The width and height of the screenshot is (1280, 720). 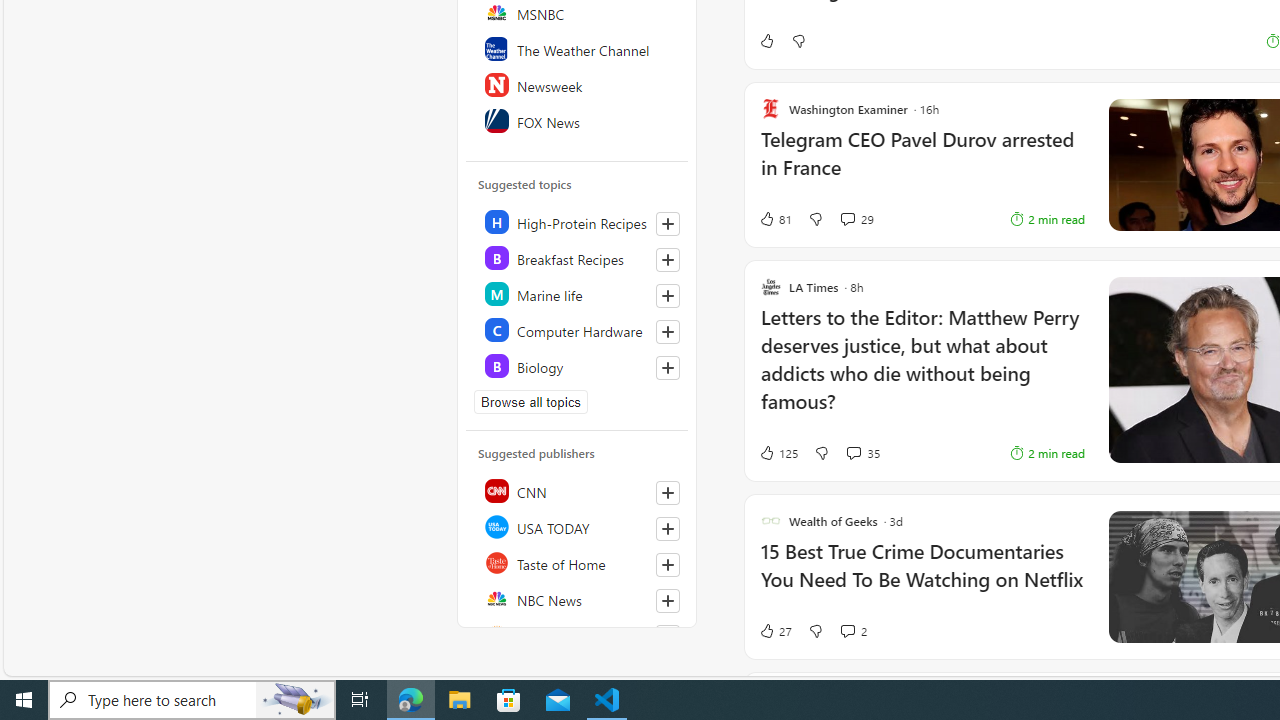 I want to click on 'View comments 2 Comment', so click(x=847, y=631).